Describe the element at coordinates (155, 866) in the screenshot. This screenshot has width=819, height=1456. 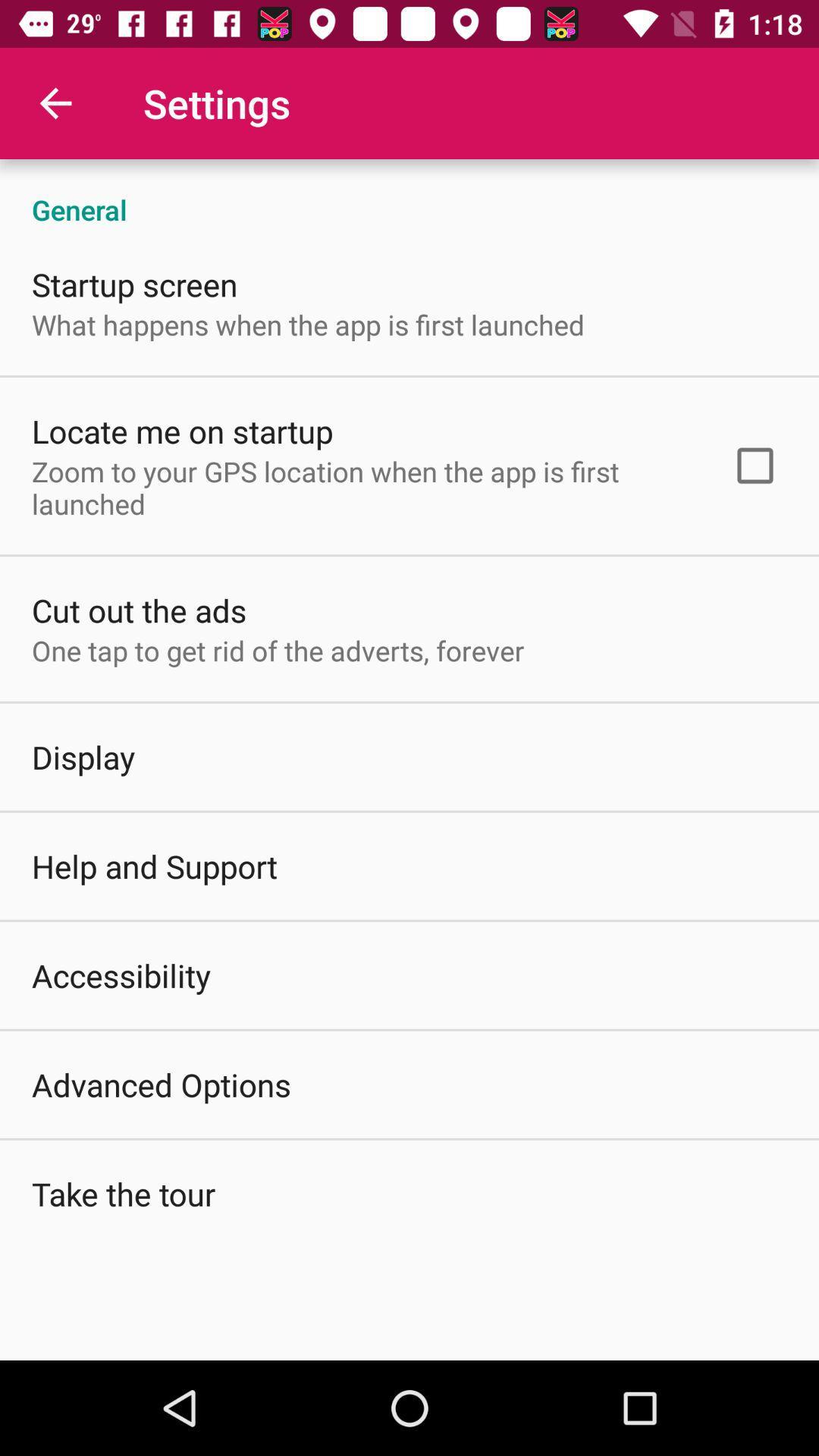
I see `the item above the accessibility icon` at that location.